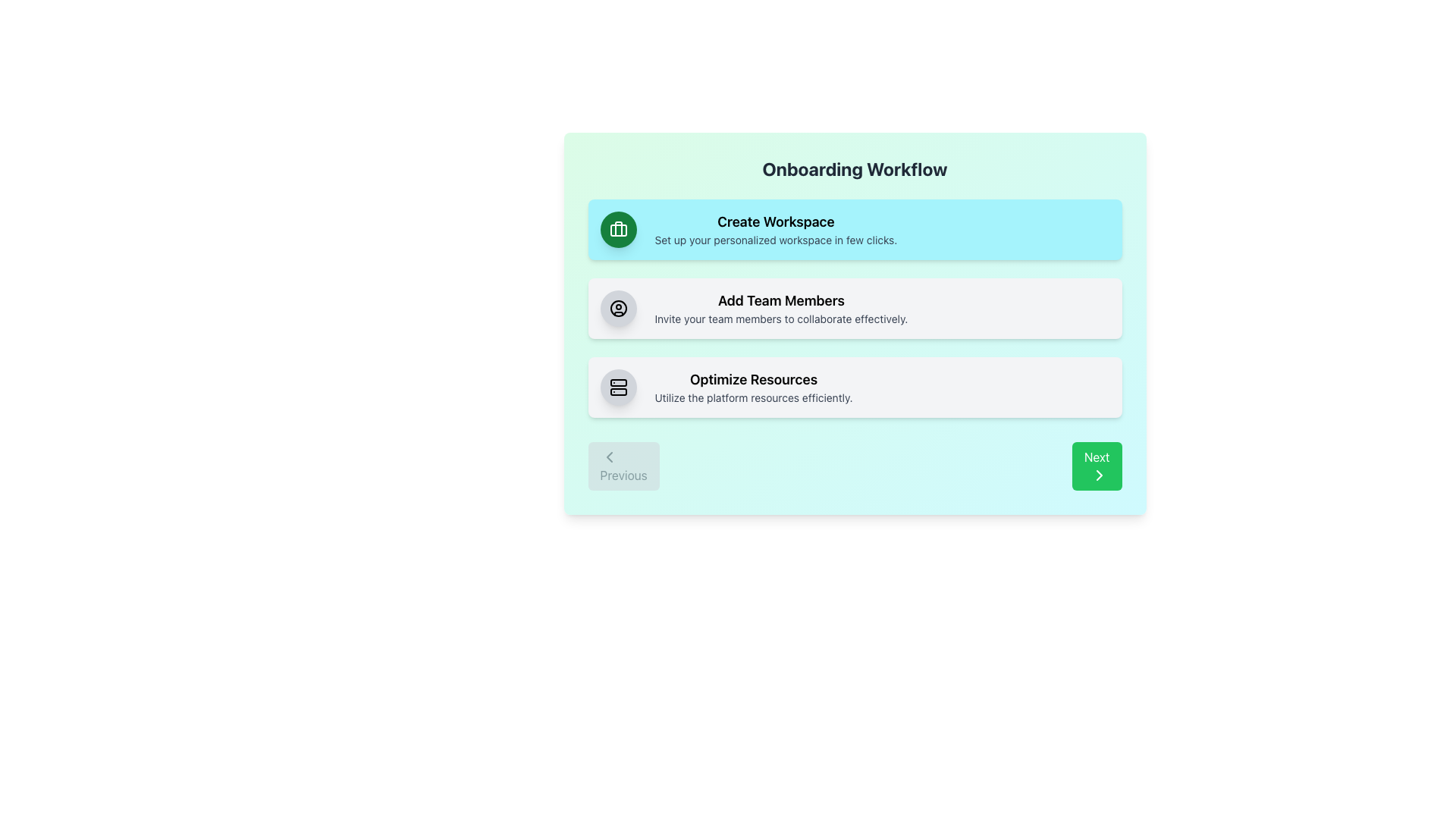 Image resolution: width=1456 pixels, height=819 pixels. Describe the element at coordinates (855, 308) in the screenshot. I see `informational card about adding team members, which is the middle card in the onboarding workflow section` at that location.